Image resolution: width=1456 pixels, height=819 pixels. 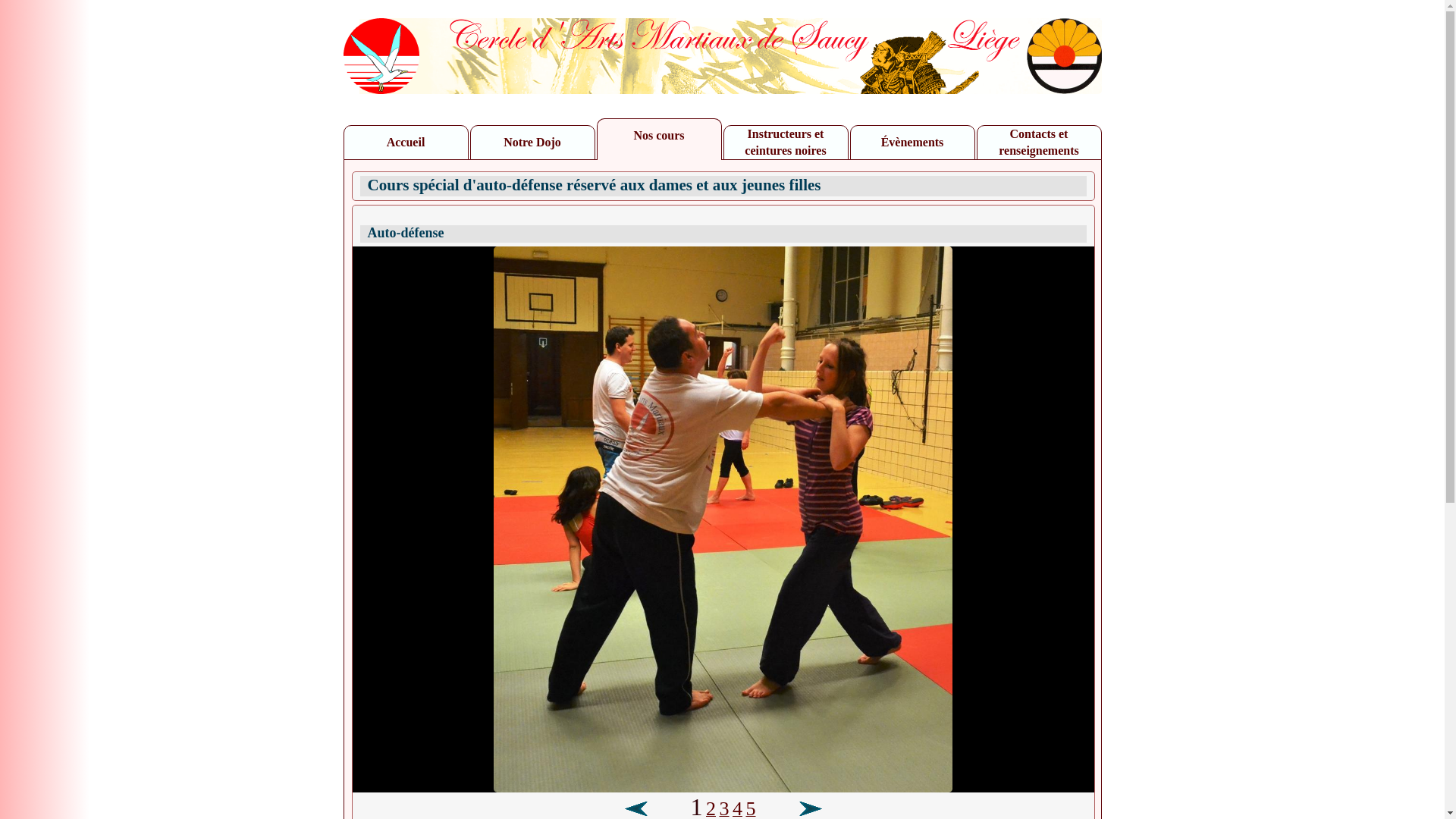 I want to click on 'Notre Dojo', so click(x=532, y=143).